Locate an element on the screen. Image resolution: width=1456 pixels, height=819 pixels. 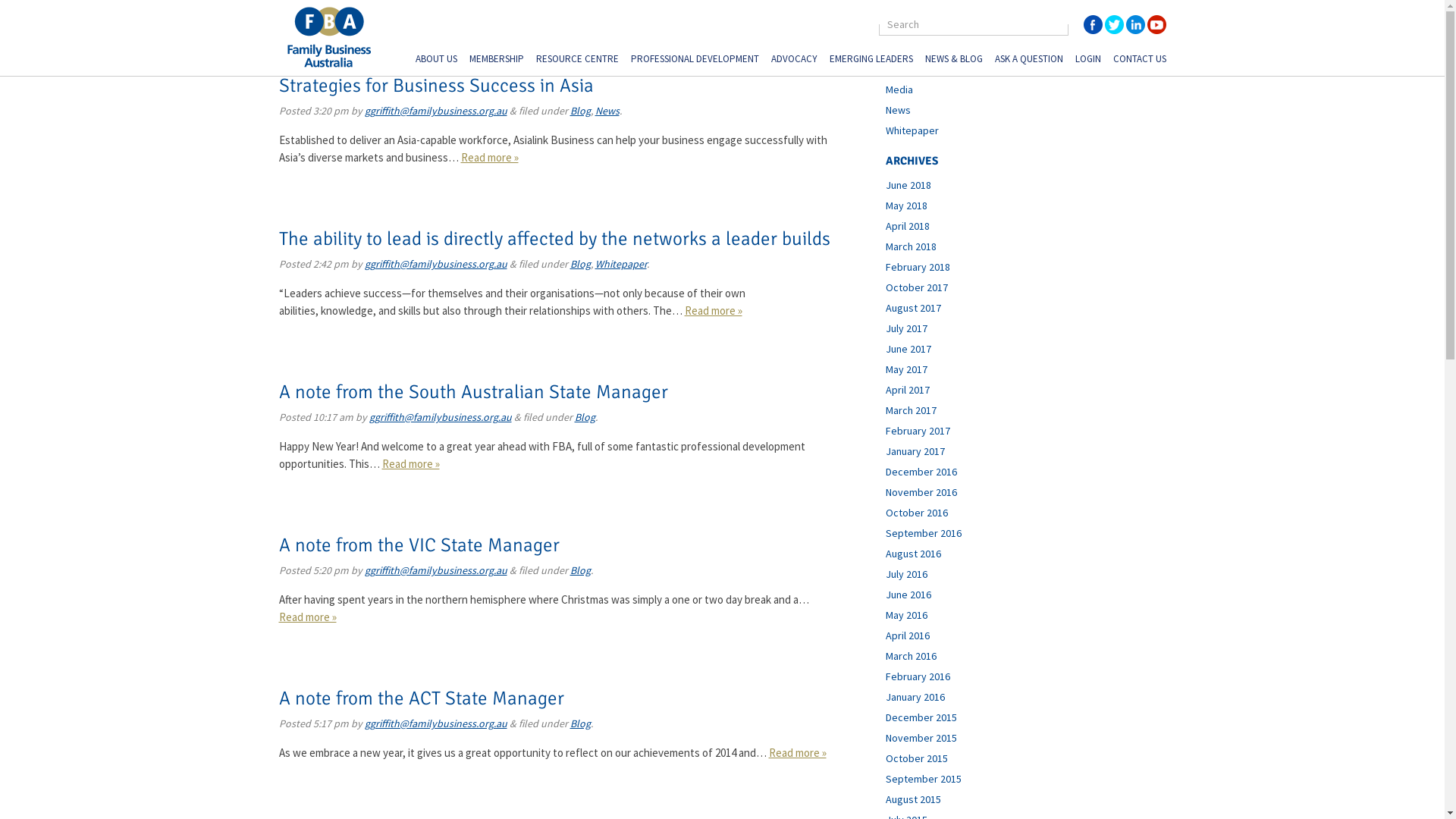
'July 2017' is located at coordinates (906, 327).